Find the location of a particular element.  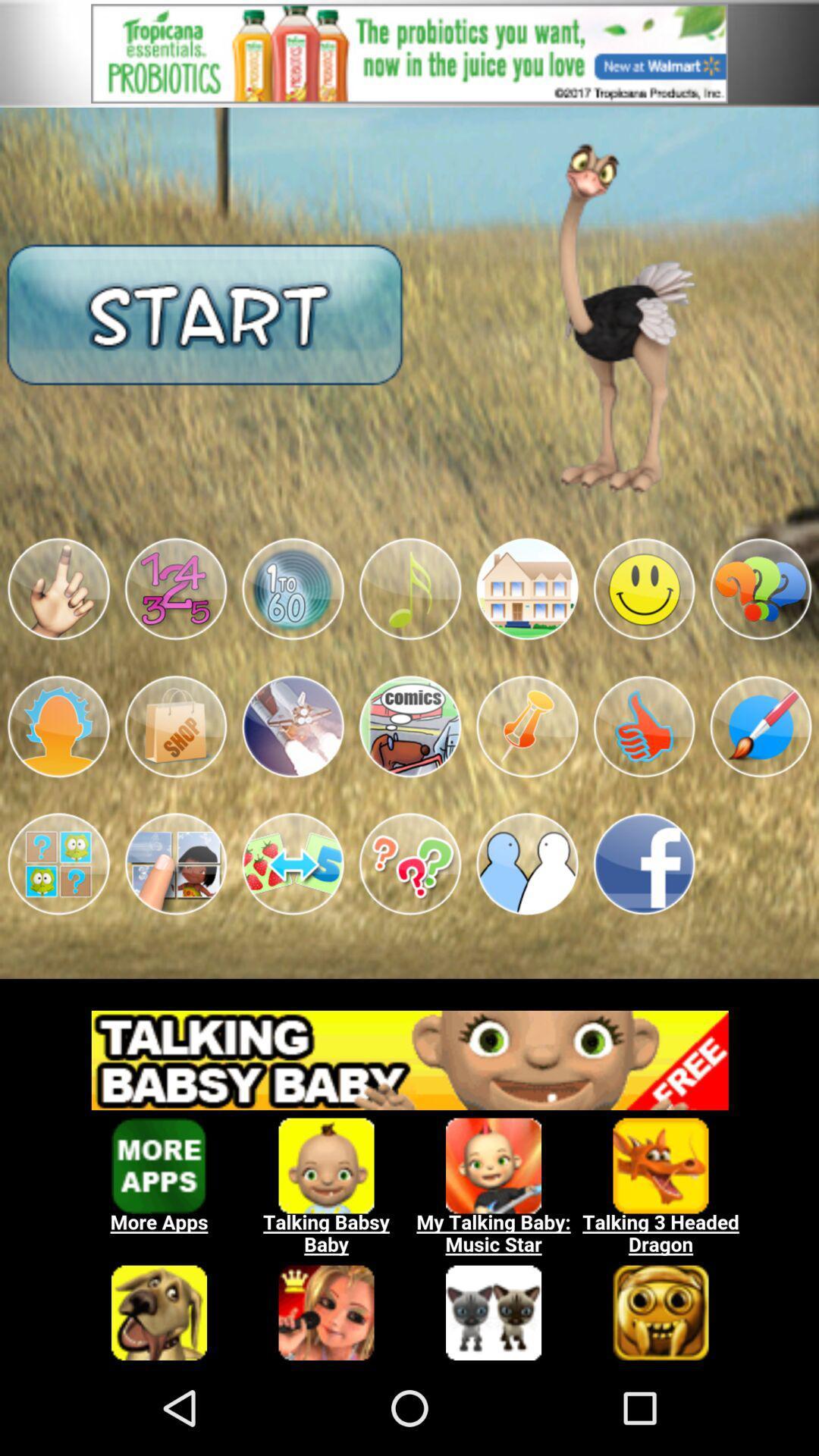

shows hand sumbol is located at coordinates (58, 588).